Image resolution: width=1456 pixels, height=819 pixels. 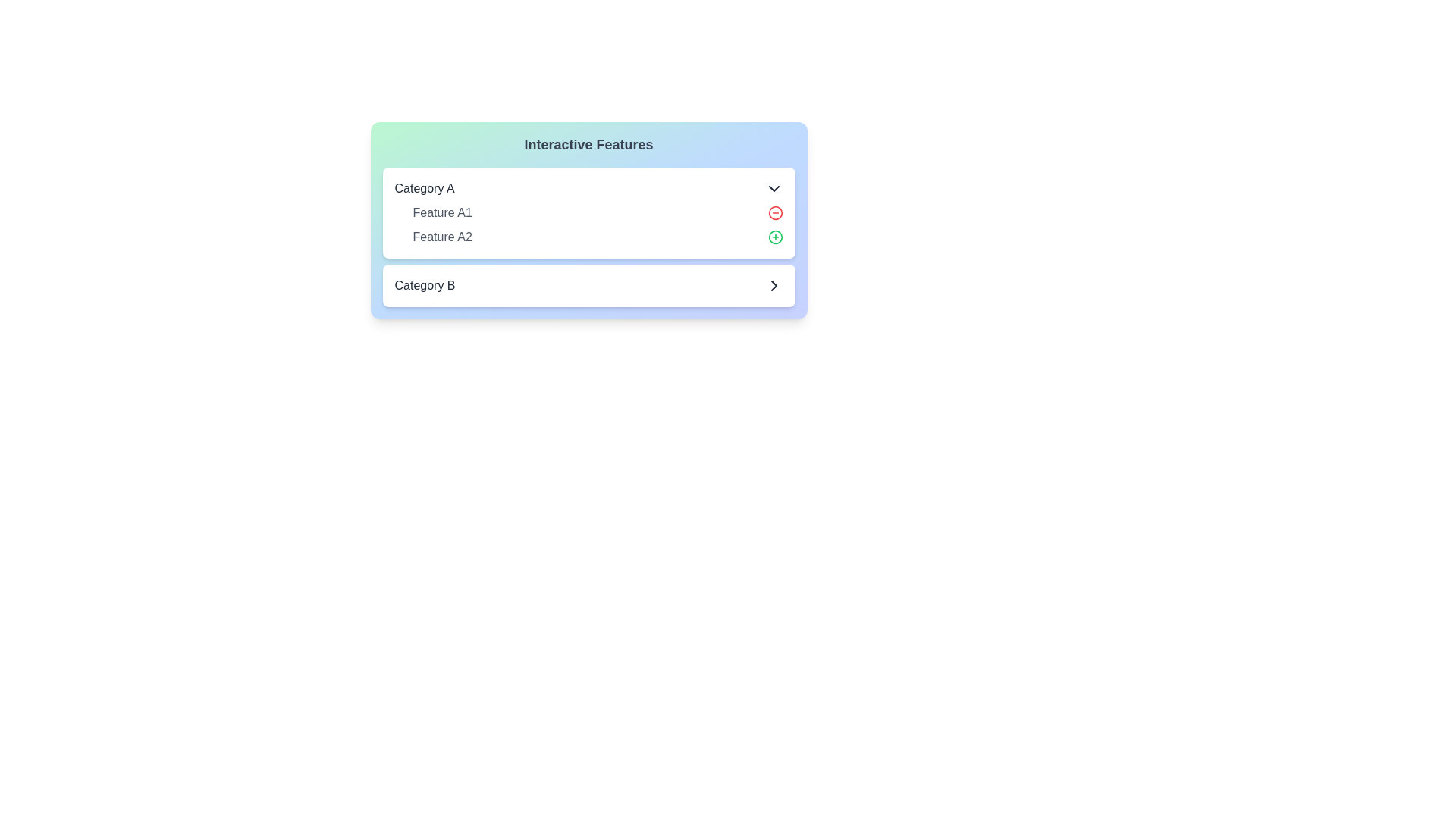 I want to click on the right-pointing chevron icon located to the right of the 'Category A' text, so click(x=773, y=188).